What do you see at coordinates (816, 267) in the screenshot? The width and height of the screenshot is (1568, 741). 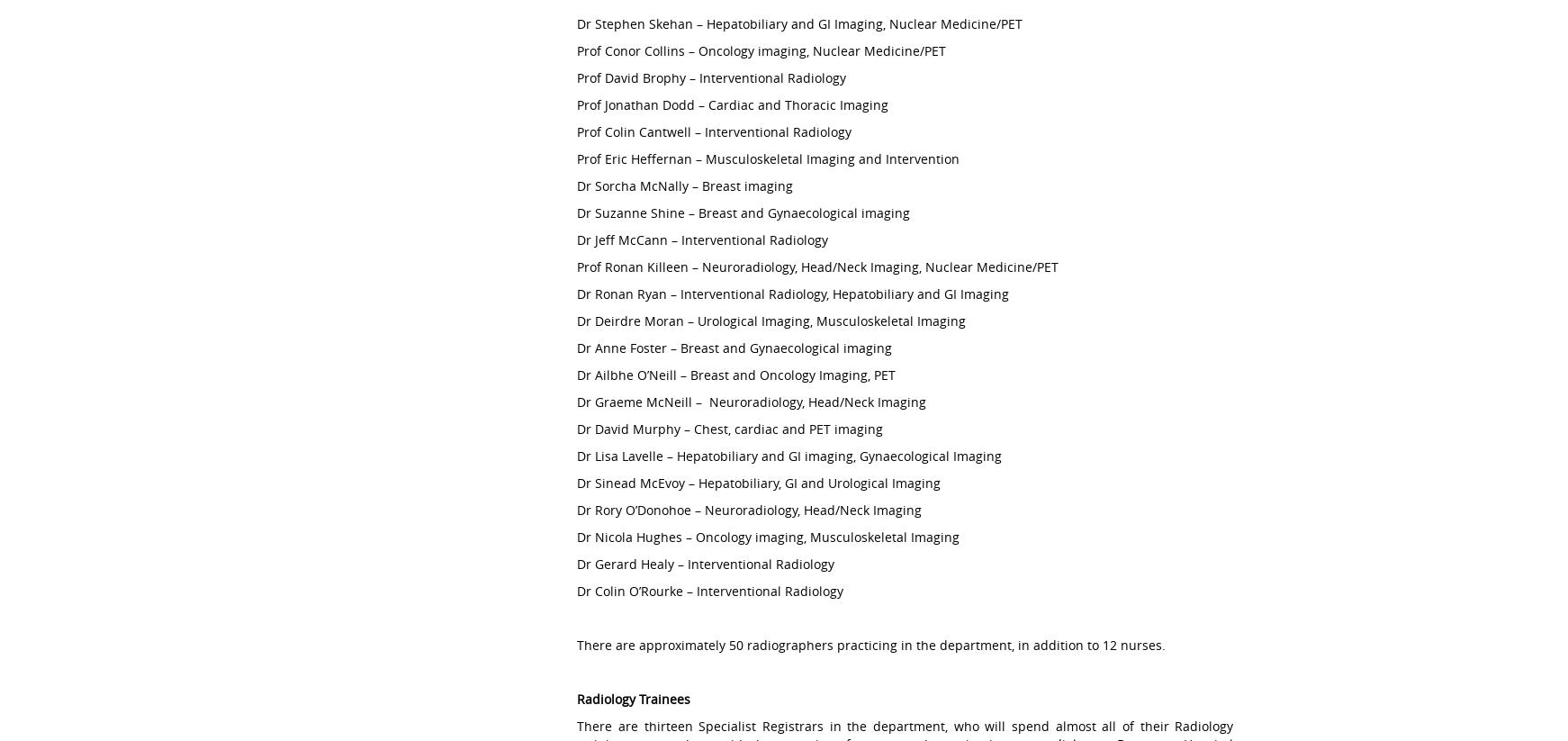 I see `'Prof Ronan Killeen – Neuroradiology, Head/Neck Imaging, Nuclear Medicine/PET'` at bounding box center [816, 267].